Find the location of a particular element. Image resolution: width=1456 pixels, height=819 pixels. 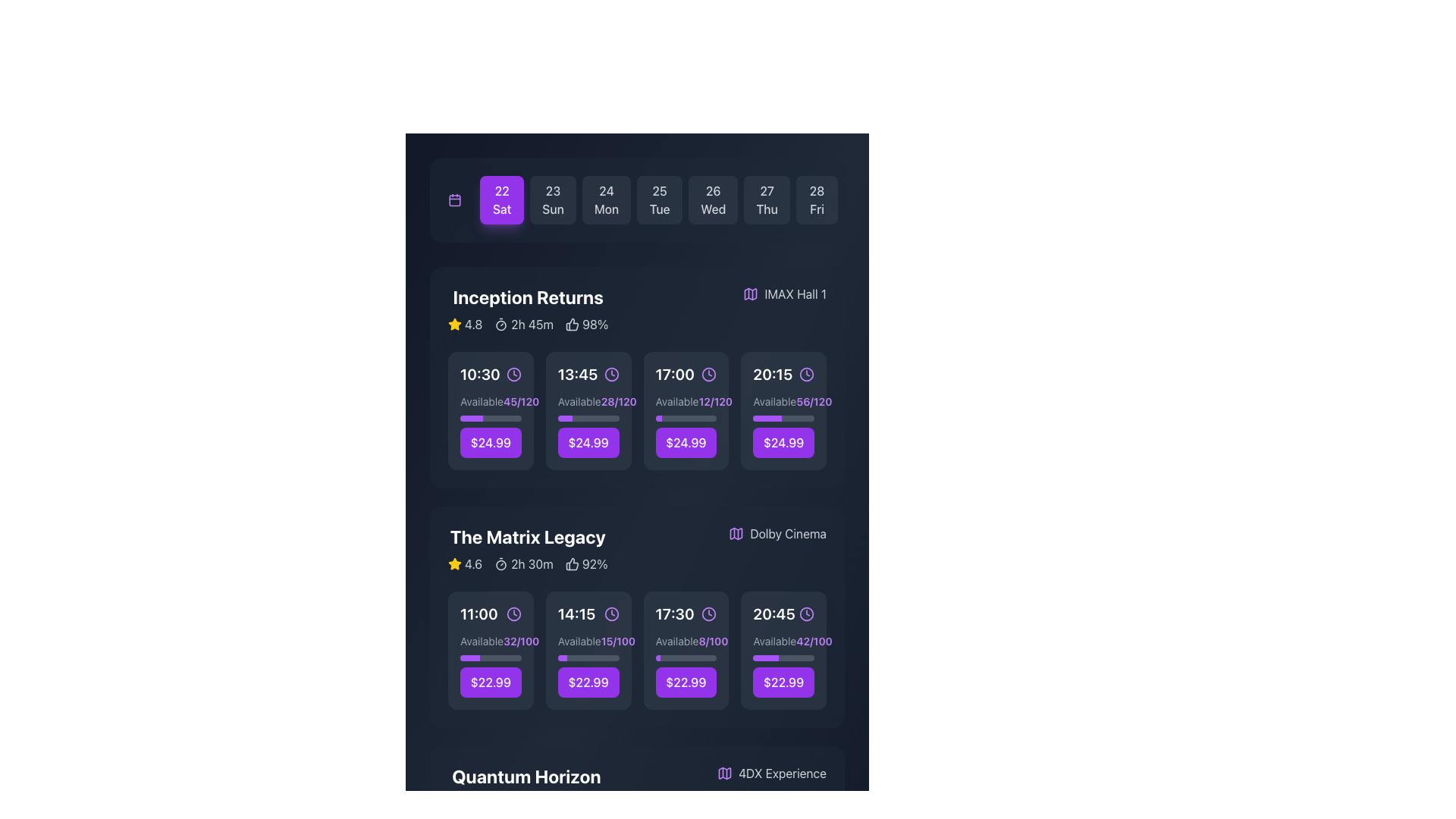

the timer icon located to the left of the text '2h 45m', which indicates the duration of the movie, directly below the rating '4.8' is located at coordinates (501, 324).